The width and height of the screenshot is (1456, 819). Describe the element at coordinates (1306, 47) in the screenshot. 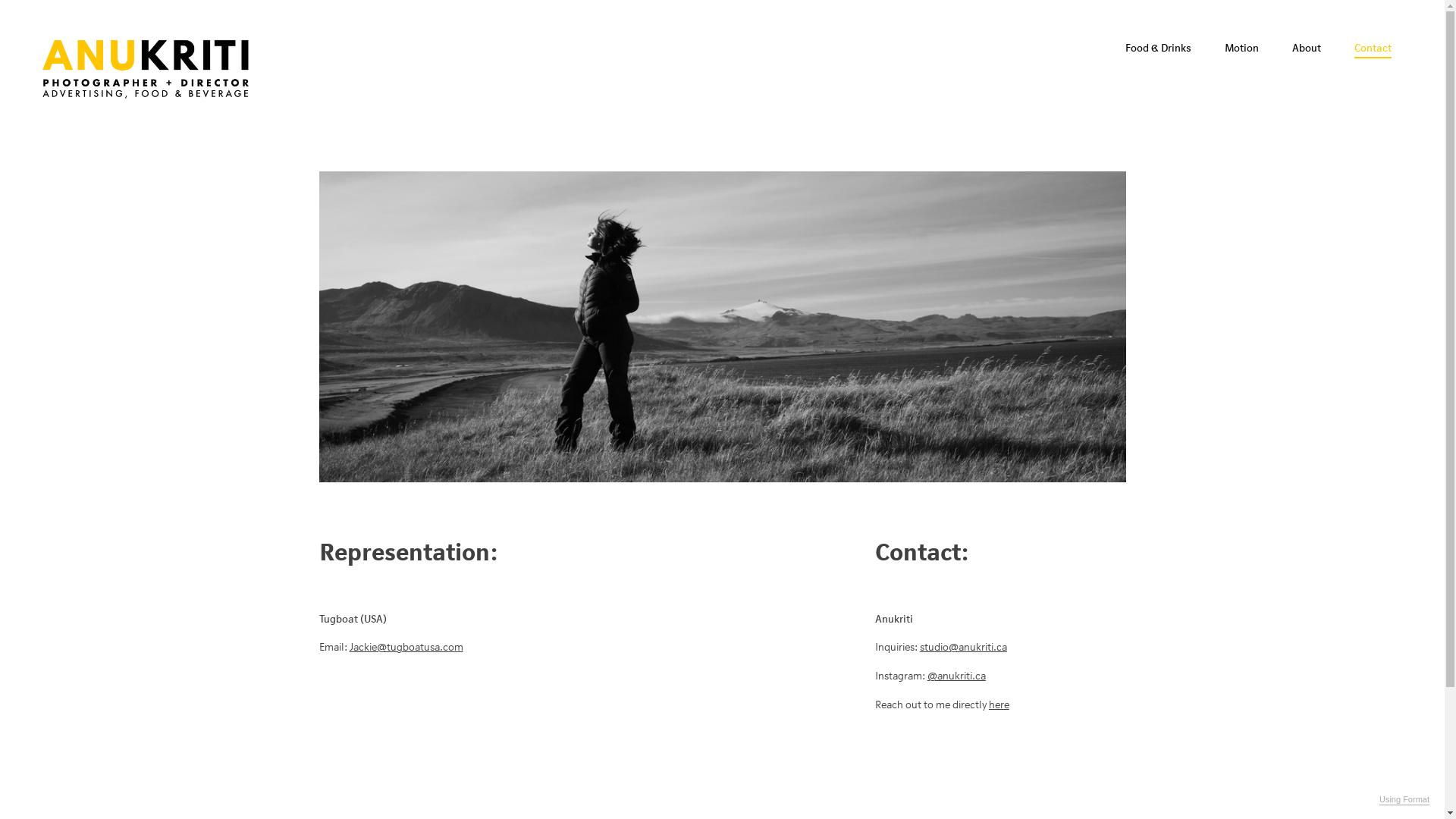

I see `'About'` at that location.